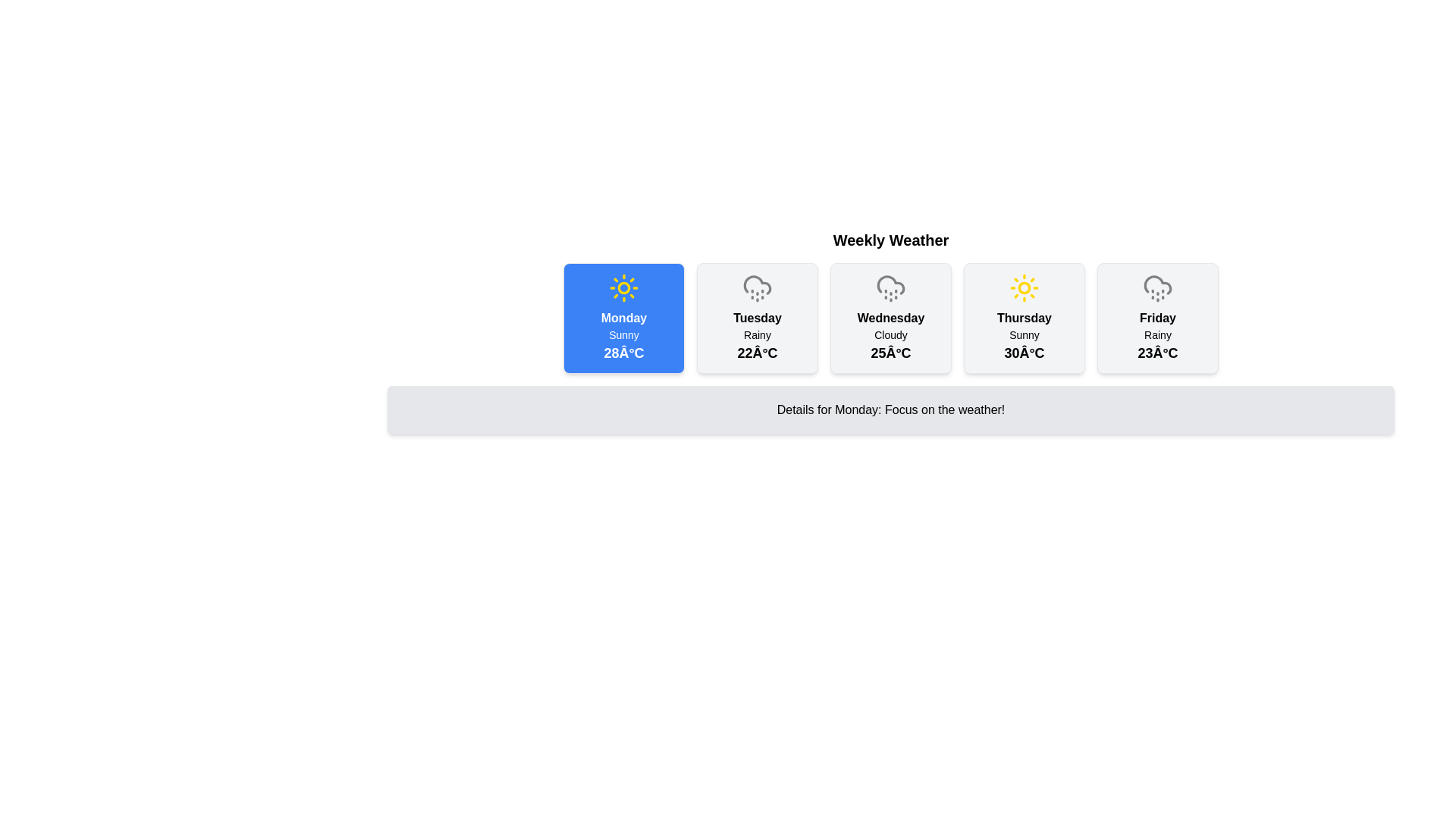 This screenshot has height=819, width=1456. I want to click on text label displaying the weather condition for Monday, located at the bottom-middle of the 'Monday' card in the 'Weekly Weather' section, so click(623, 334).